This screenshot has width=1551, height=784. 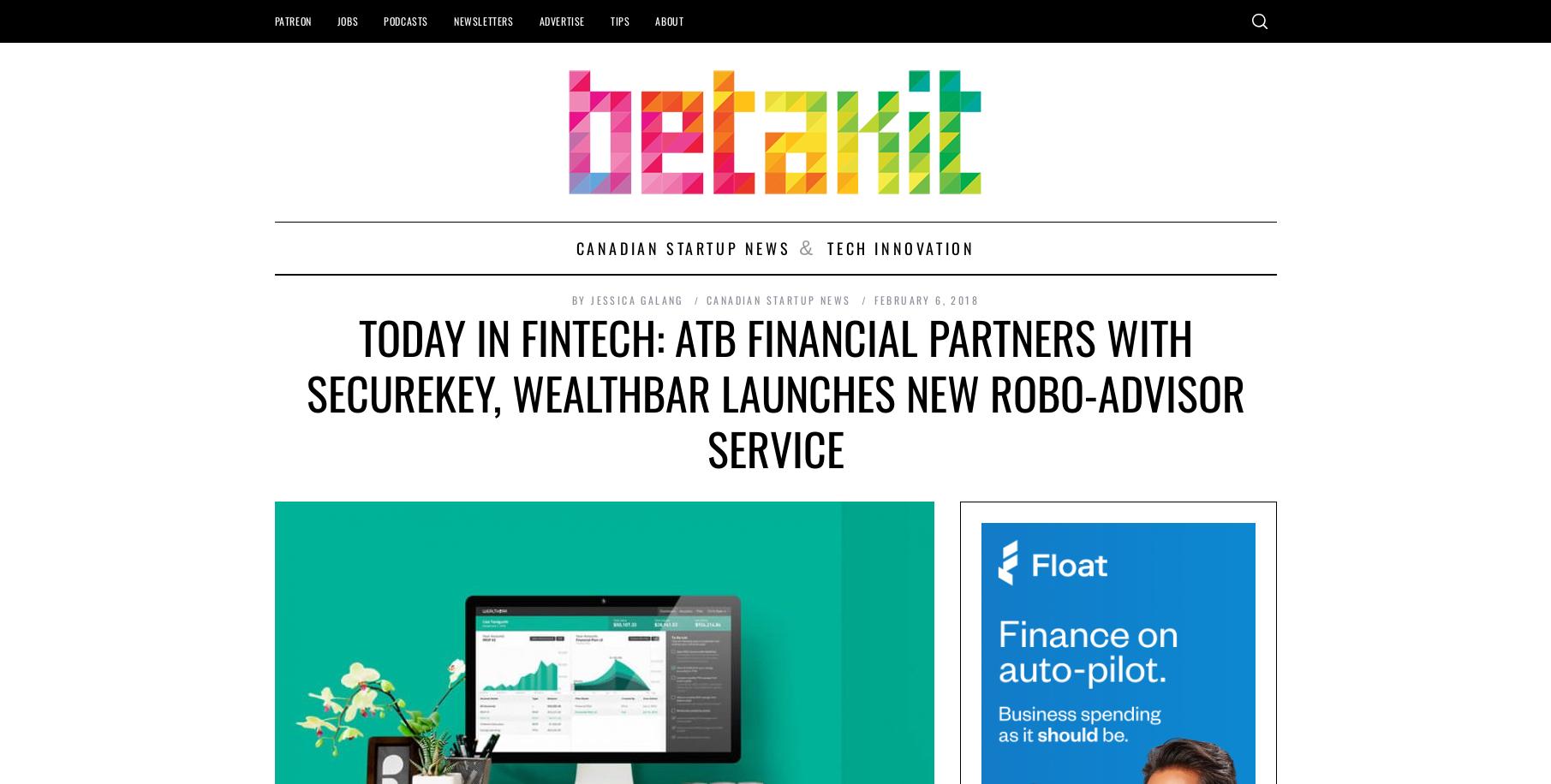 I want to click on 'Jessica Galang', so click(x=635, y=300).